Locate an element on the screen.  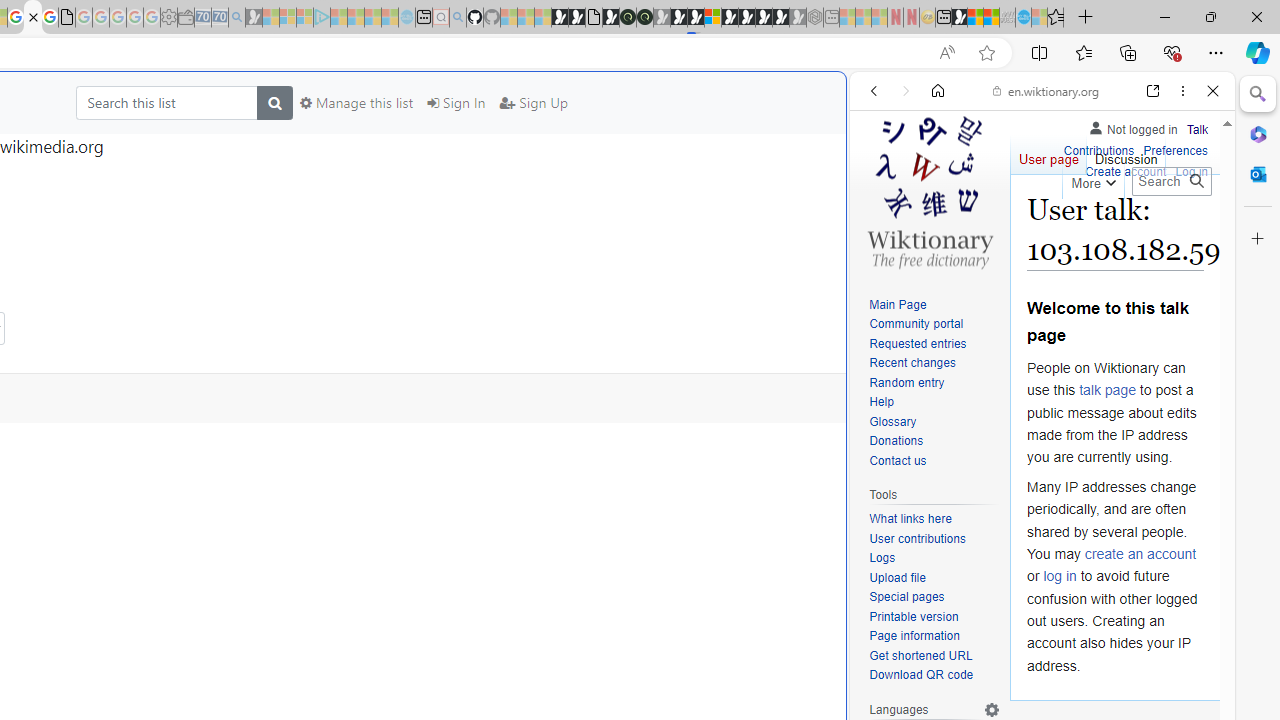
'User page' is located at coordinates (1047, 154).